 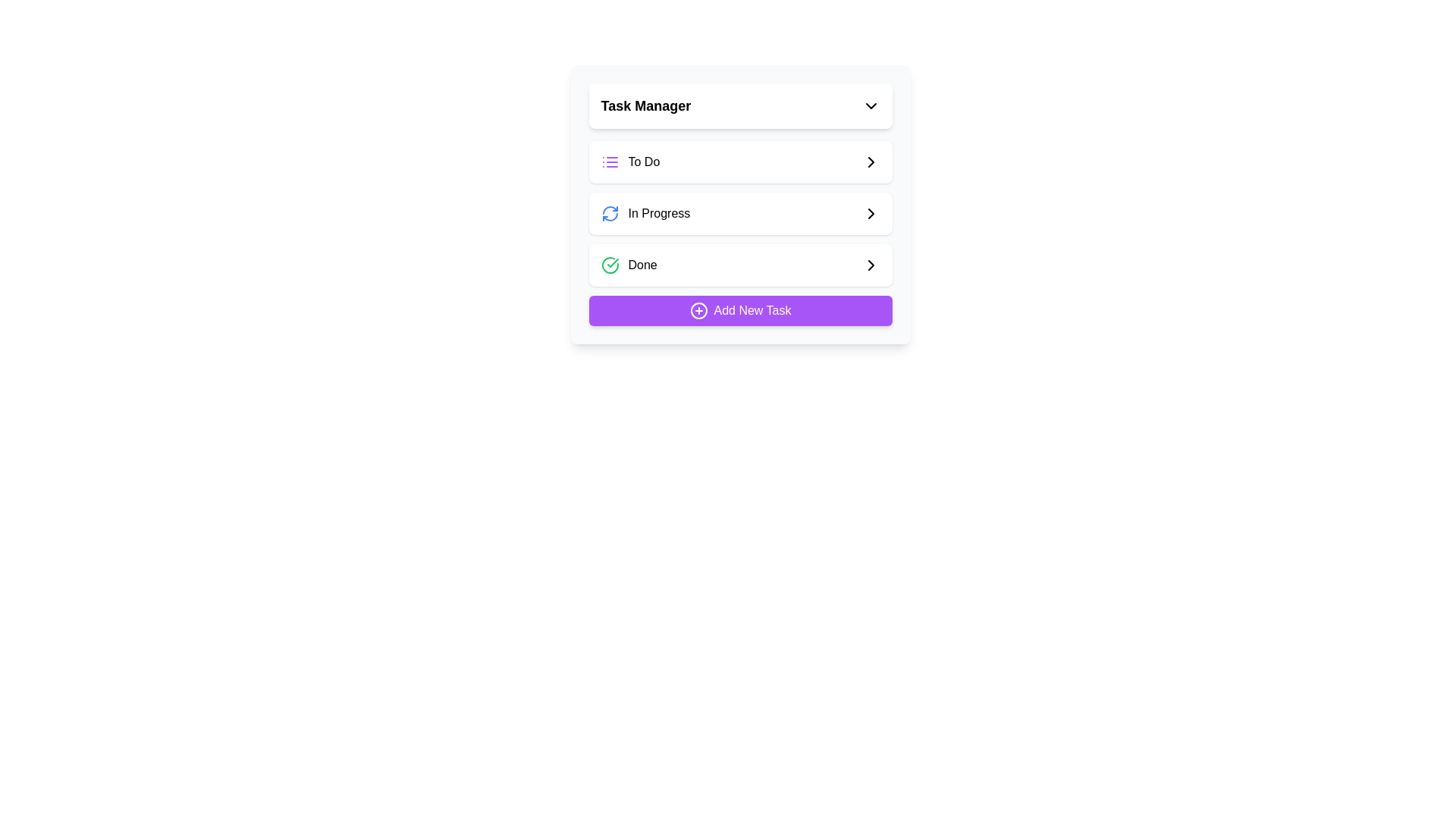 I want to click on the circular icon within the 'Add New Task' button located at the bottom center of the task management panel, so click(x=698, y=309).